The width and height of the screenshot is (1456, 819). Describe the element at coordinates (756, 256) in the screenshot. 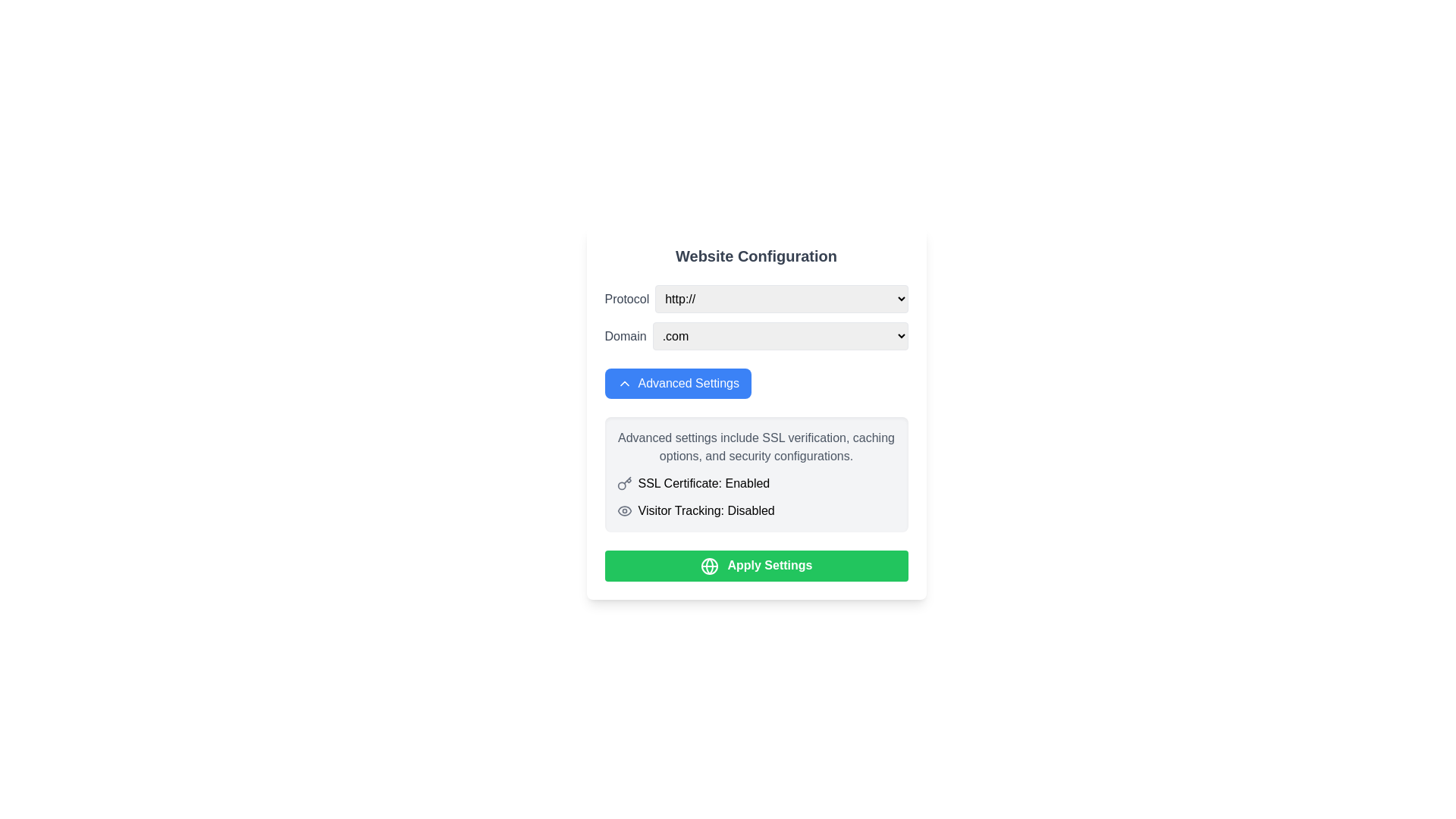

I see `the text area displaying the title 'Website Configuration' in bold styling and grayish color, which is positioned as a header above other elements in the interface` at that location.